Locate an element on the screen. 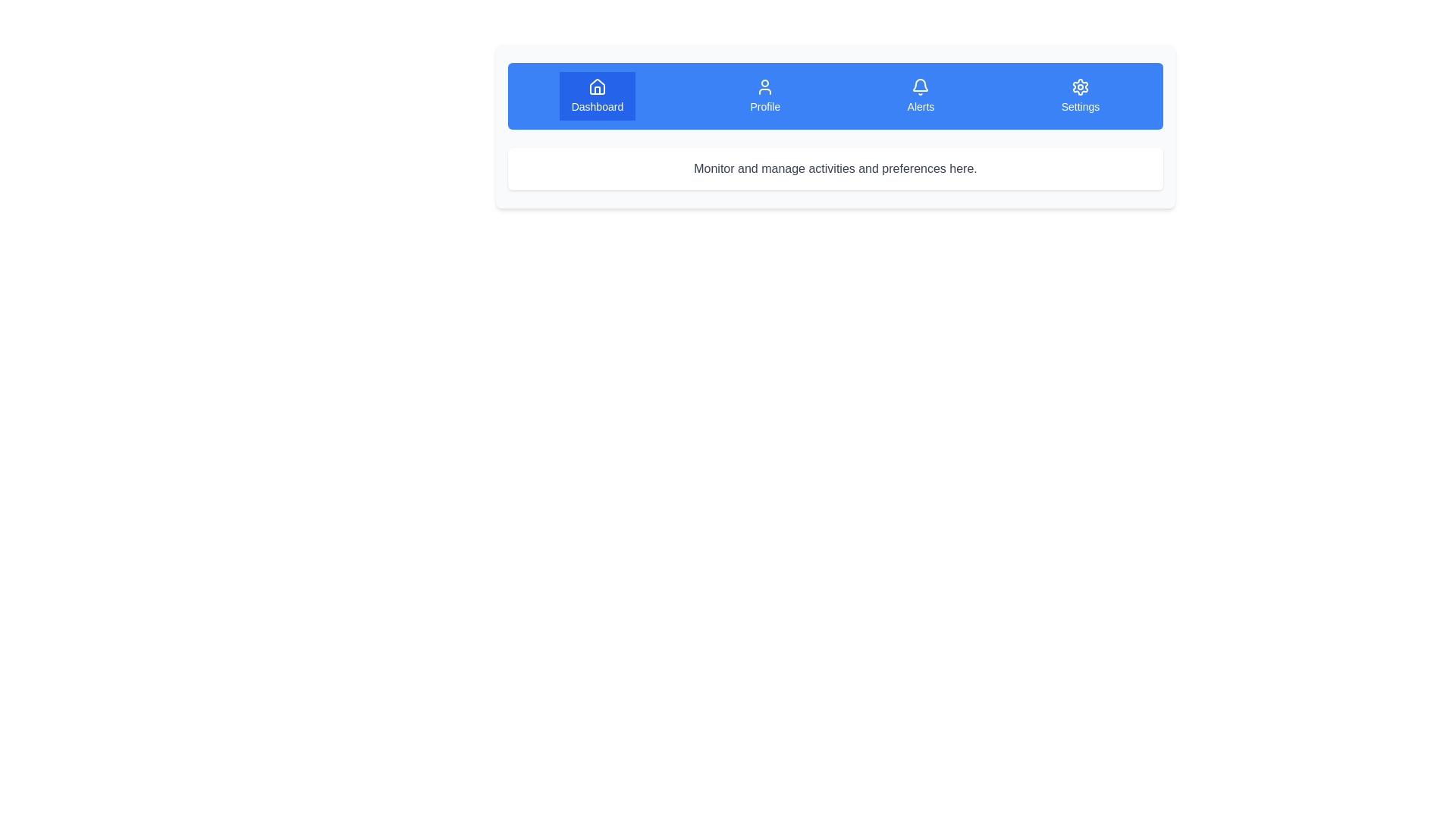  the 'Alerts' button, the third interactive option in a horizontal row of navigation buttons is located at coordinates (920, 96).